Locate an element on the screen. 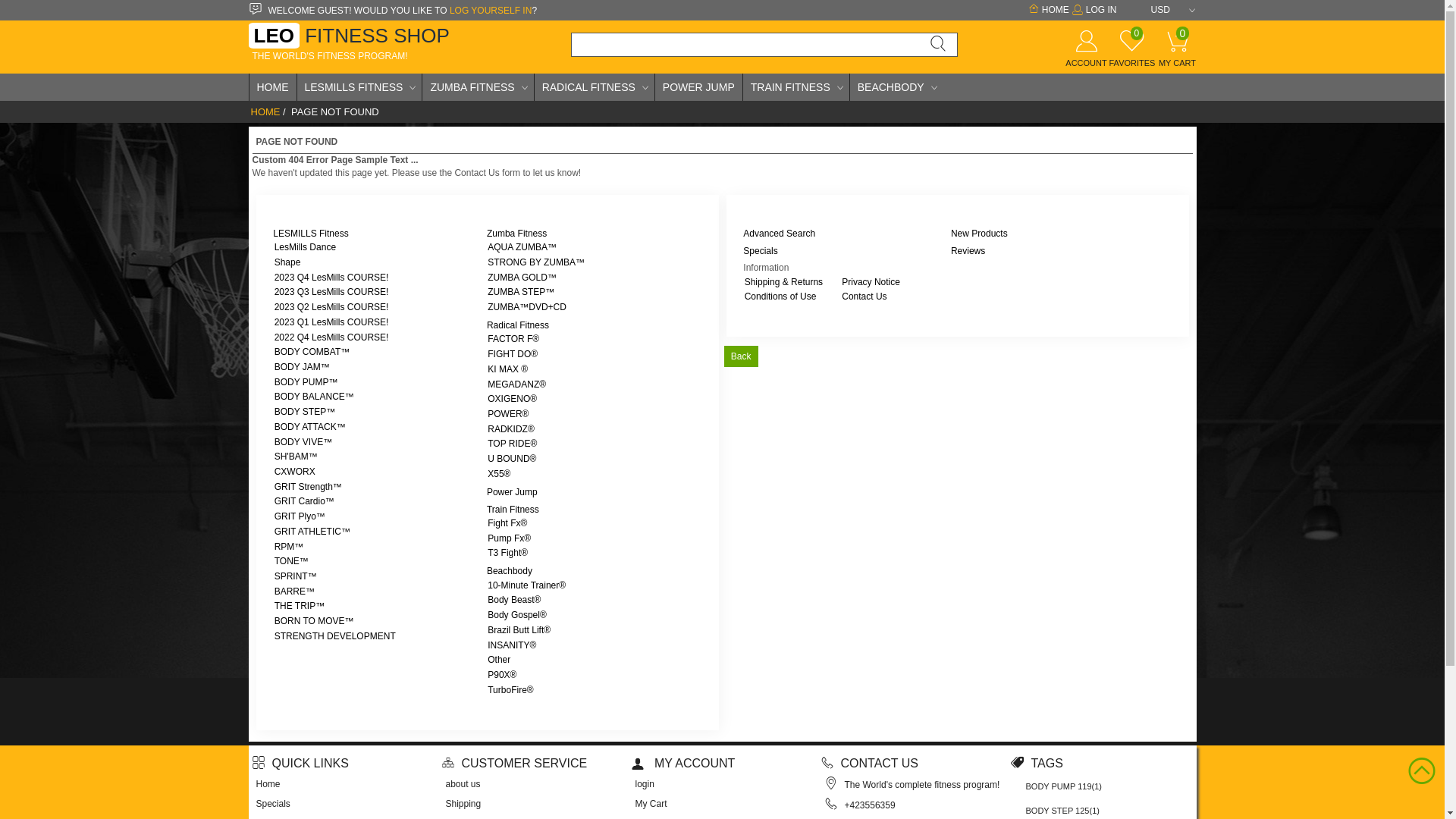  'Radical Fitness' is located at coordinates (517, 324).